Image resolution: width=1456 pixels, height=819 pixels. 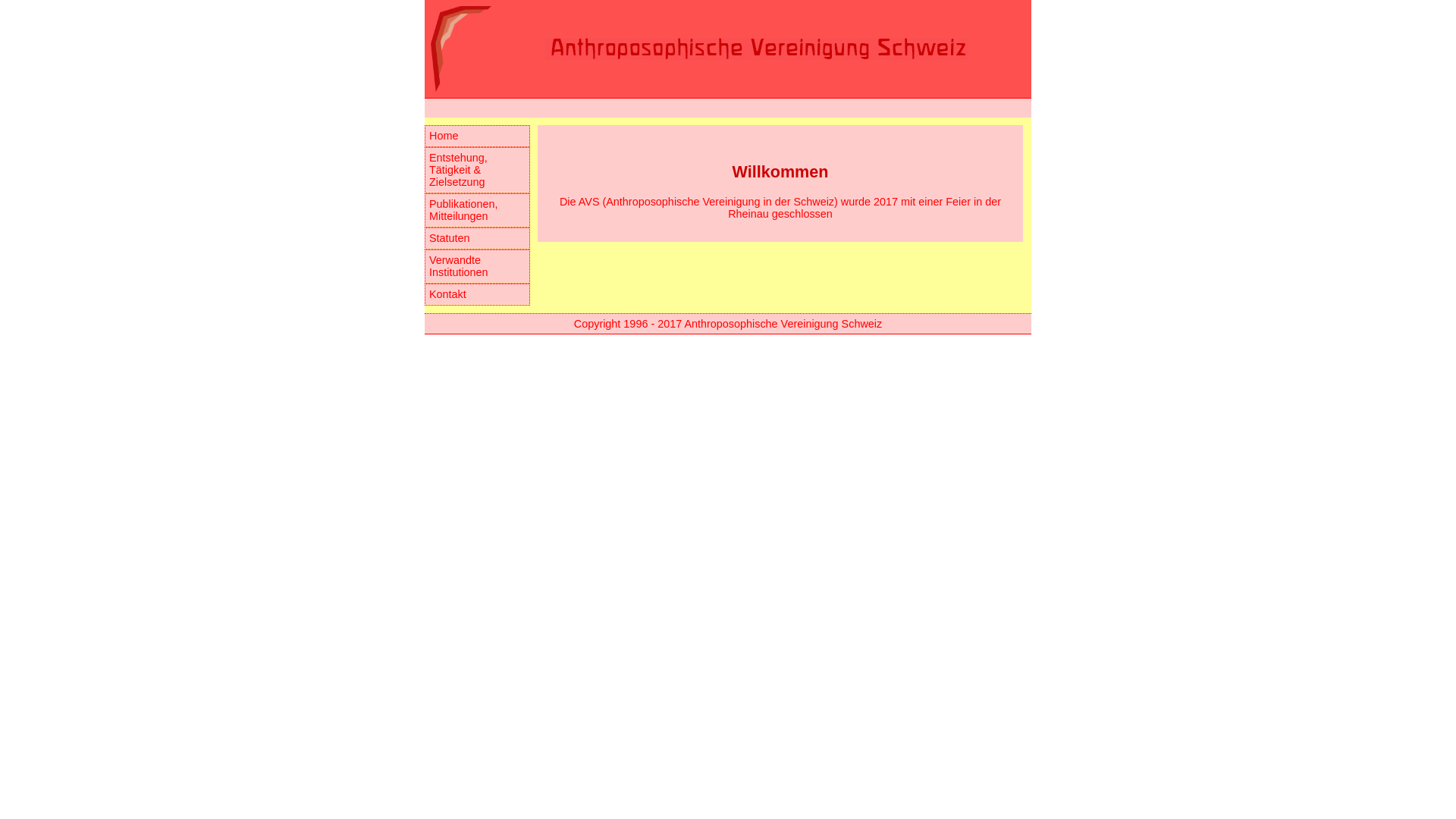 I want to click on 'Verwandte Institutionen', so click(x=425, y=265).